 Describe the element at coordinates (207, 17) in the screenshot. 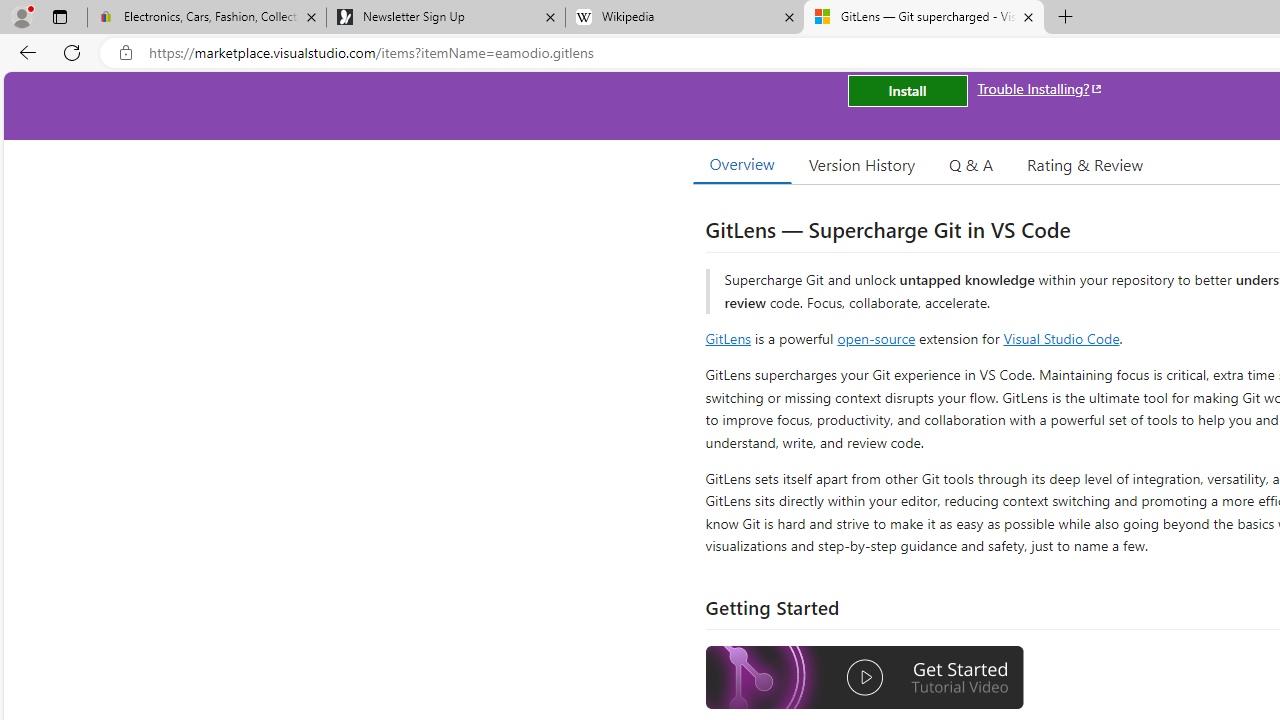

I see `'Electronics, Cars, Fashion, Collectibles & More | eBay'` at that location.